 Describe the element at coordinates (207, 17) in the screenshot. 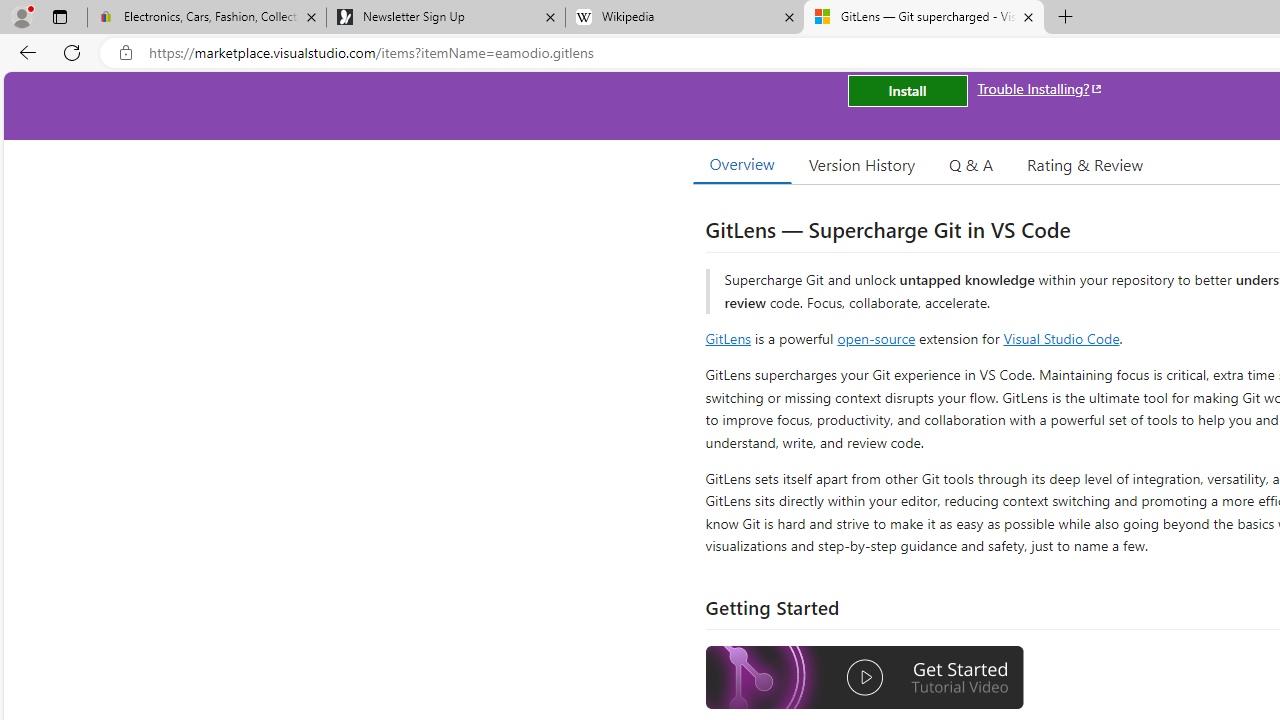

I see `'Electronics, Cars, Fashion, Collectibles & More | eBay'` at that location.